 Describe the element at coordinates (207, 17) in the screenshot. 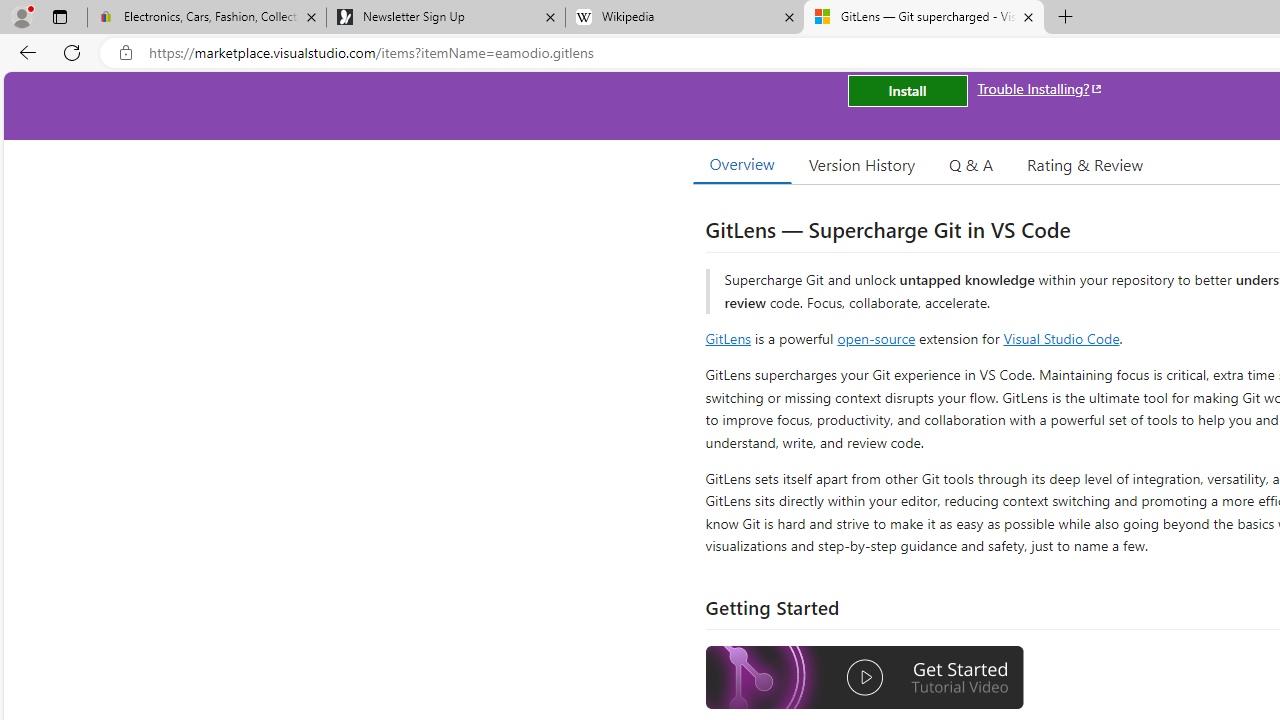

I see `'Electronics, Cars, Fashion, Collectibles & More | eBay'` at that location.